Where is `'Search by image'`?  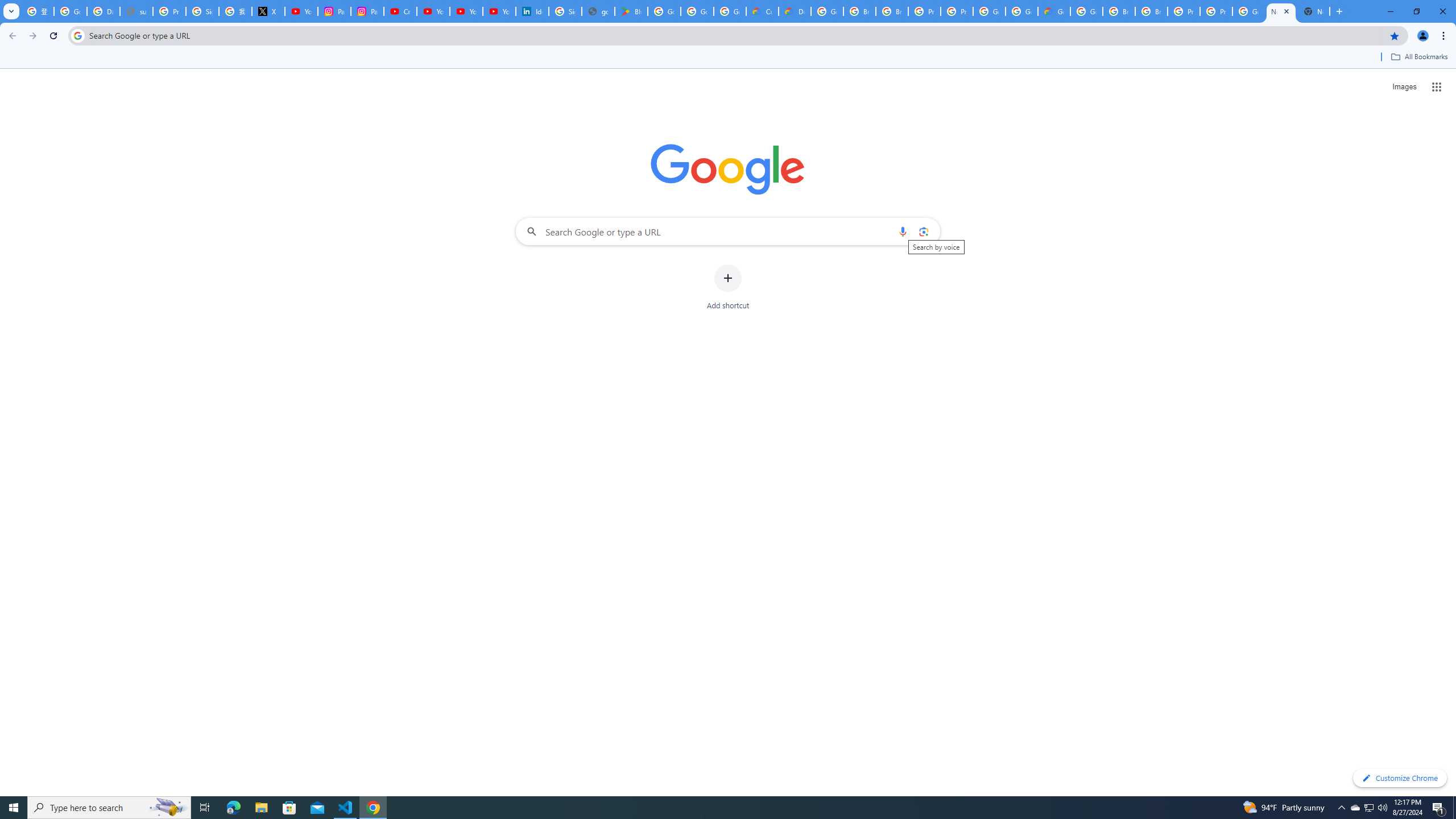 'Search by image' is located at coordinates (923, 230).